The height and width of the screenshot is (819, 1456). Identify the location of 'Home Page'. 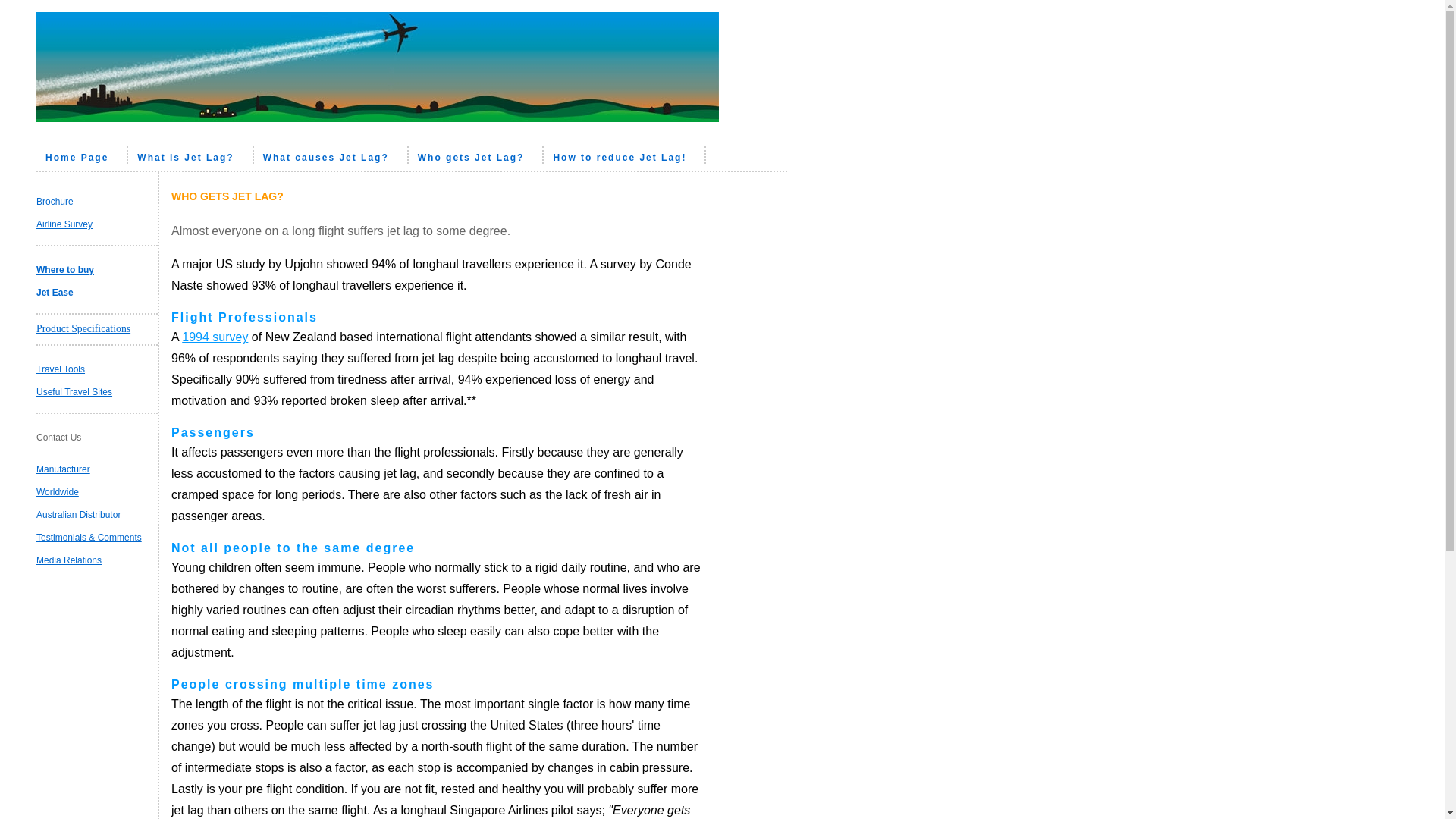
(36, 155).